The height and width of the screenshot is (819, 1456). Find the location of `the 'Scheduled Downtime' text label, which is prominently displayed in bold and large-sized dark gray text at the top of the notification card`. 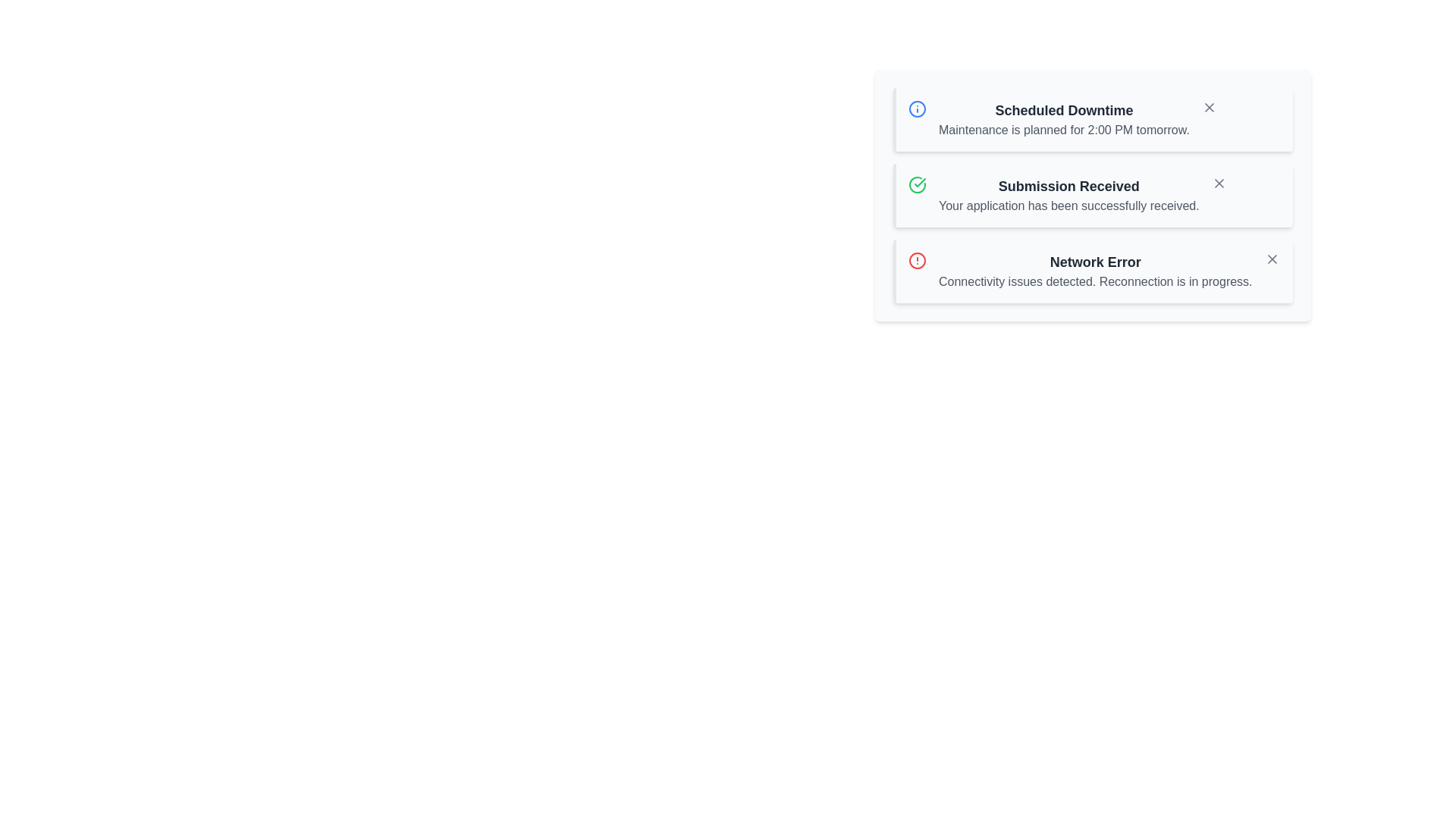

the 'Scheduled Downtime' text label, which is prominently displayed in bold and large-sized dark gray text at the top of the notification card is located at coordinates (1063, 110).